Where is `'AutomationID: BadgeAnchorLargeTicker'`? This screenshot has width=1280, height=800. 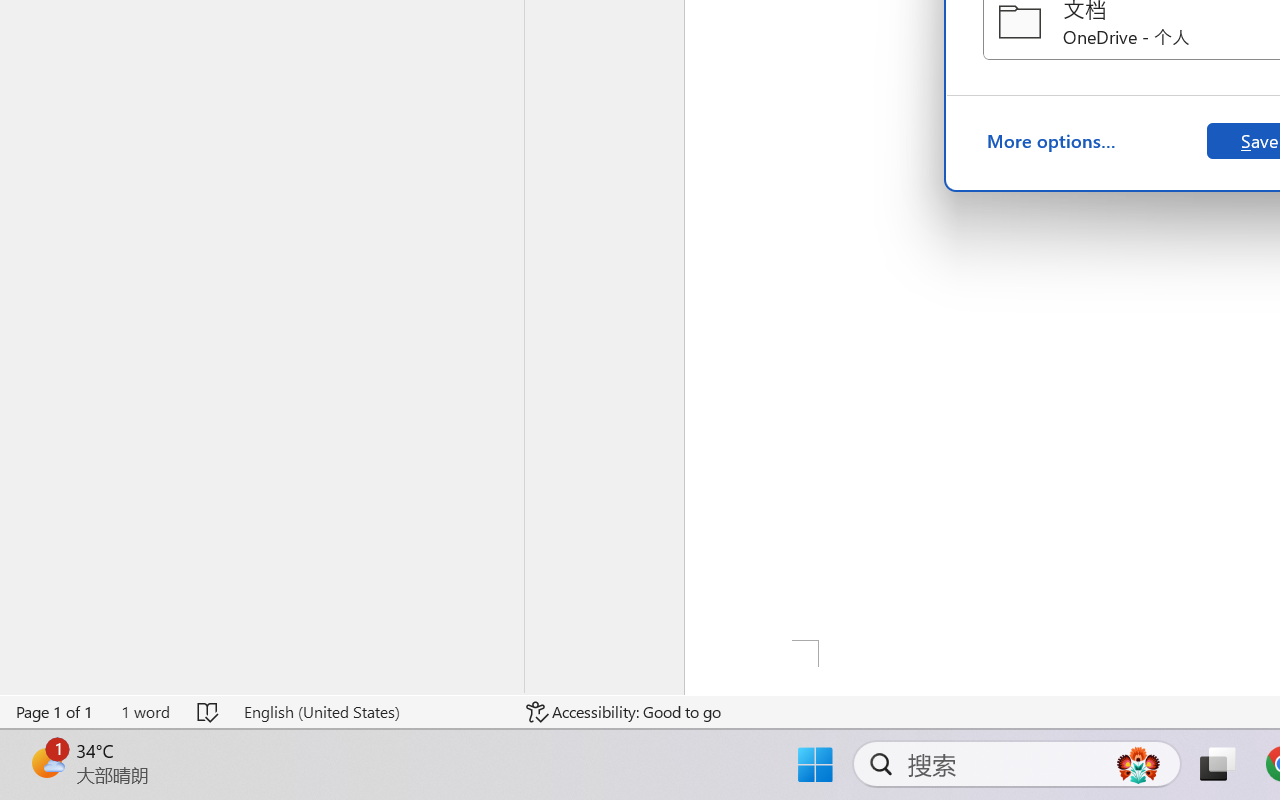
'AutomationID: BadgeAnchorLargeTicker' is located at coordinates (46, 762).